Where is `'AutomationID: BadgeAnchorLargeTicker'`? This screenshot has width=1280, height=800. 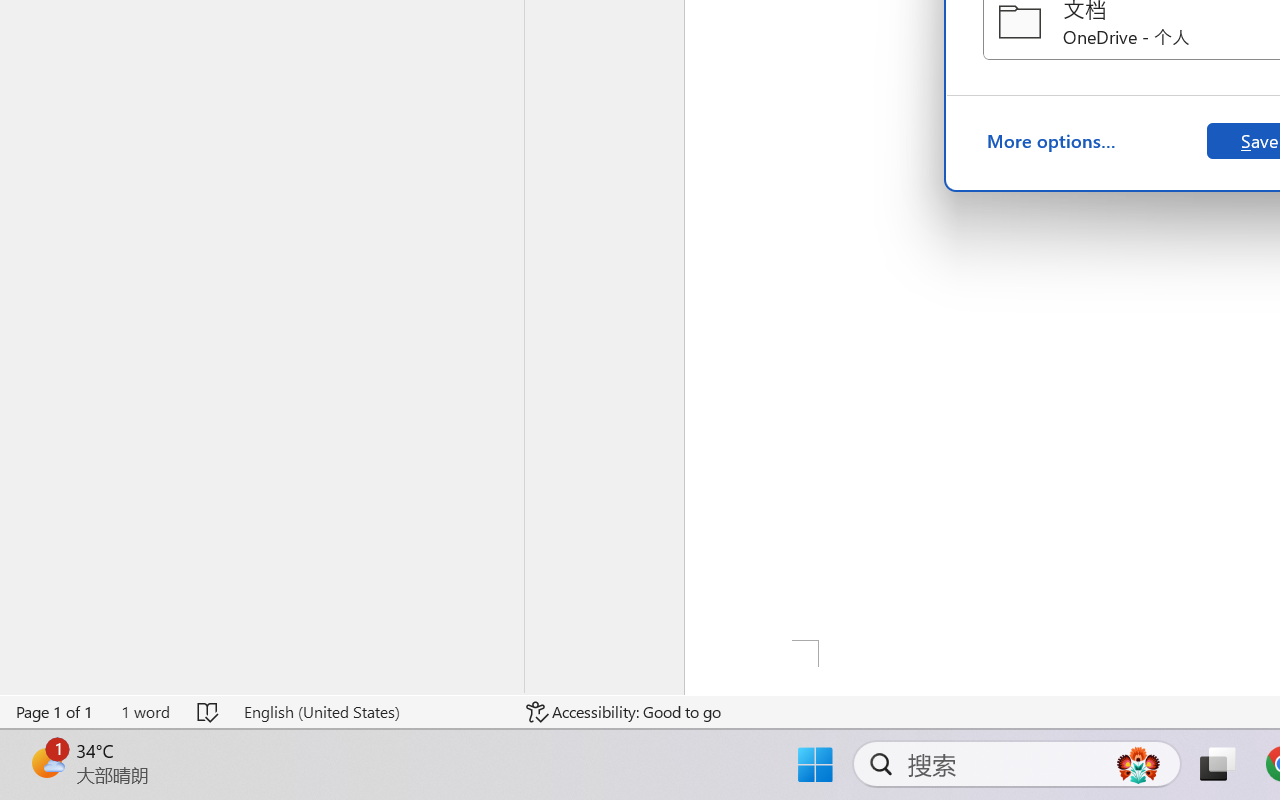
'AutomationID: BadgeAnchorLargeTicker' is located at coordinates (46, 762).